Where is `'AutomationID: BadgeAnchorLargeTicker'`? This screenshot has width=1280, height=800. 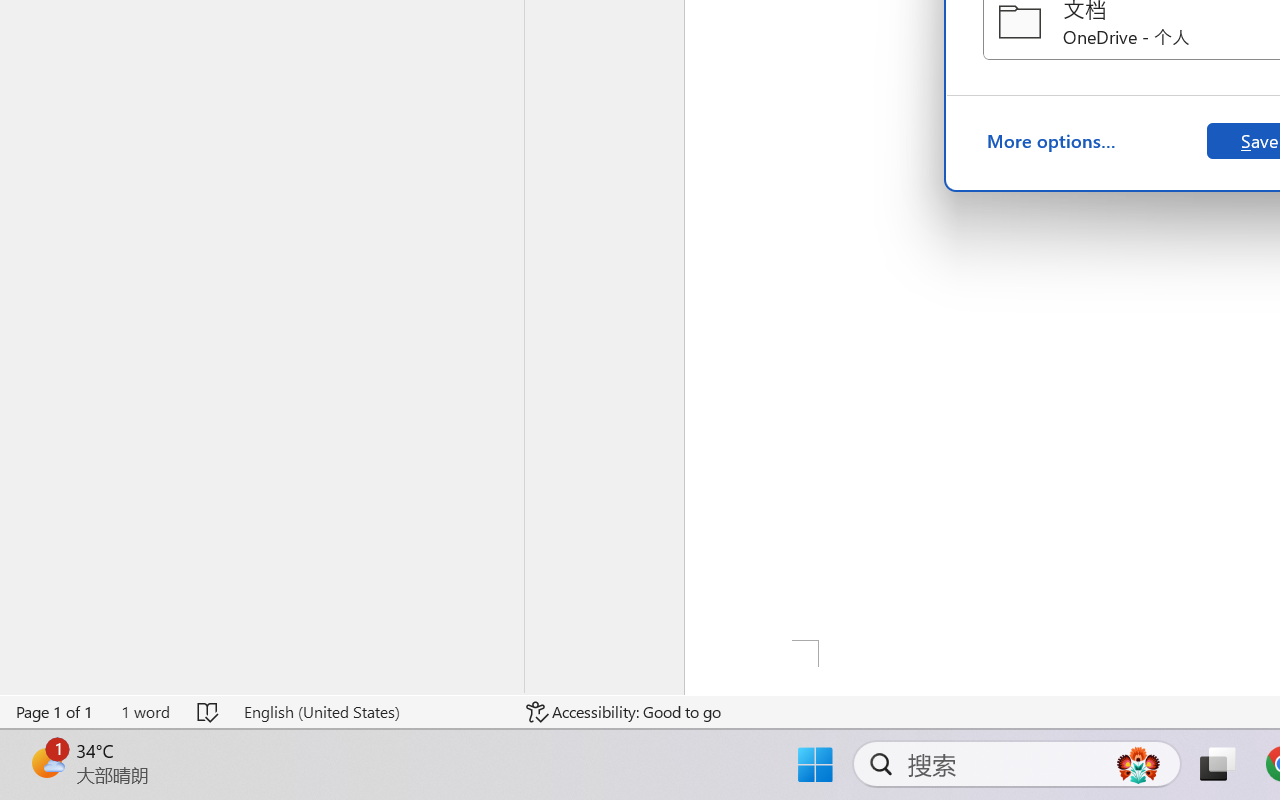
'AutomationID: BadgeAnchorLargeTicker' is located at coordinates (46, 762).